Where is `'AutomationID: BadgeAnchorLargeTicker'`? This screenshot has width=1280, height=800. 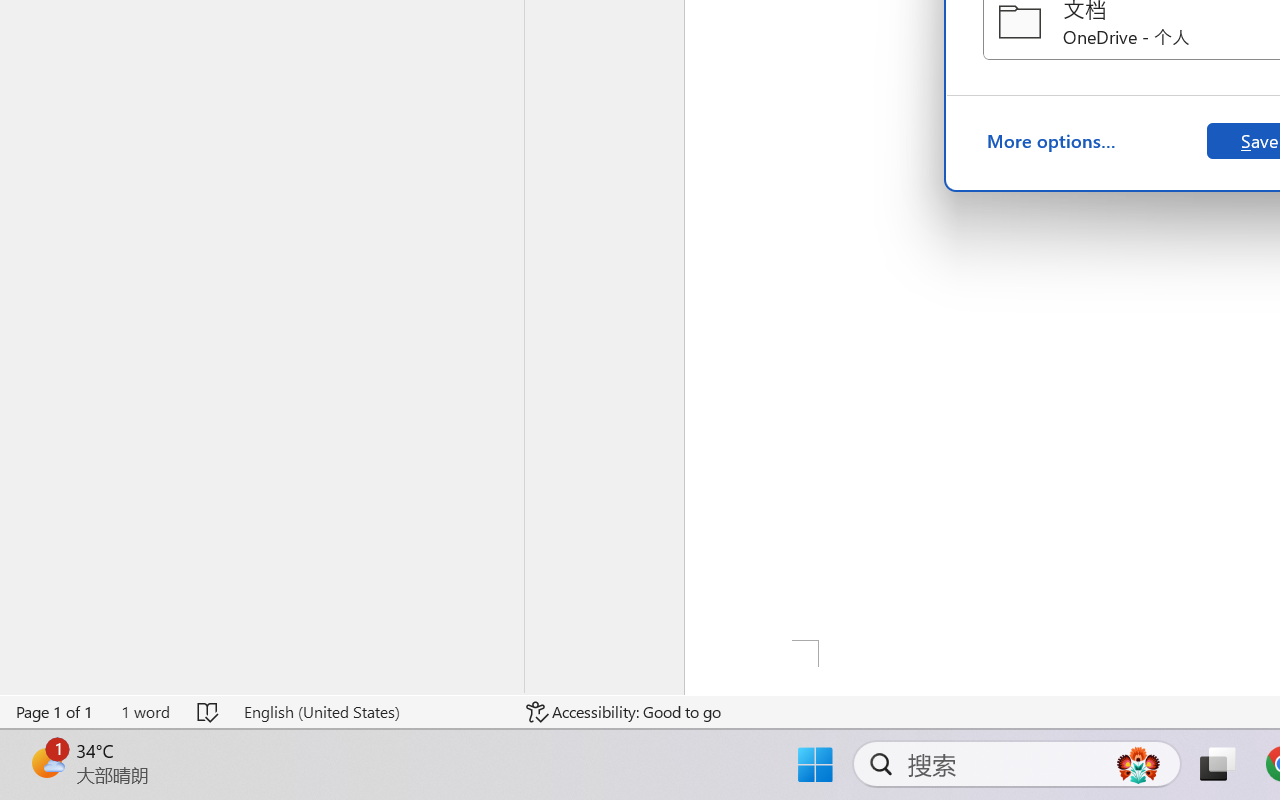
'AutomationID: BadgeAnchorLargeTicker' is located at coordinates (46, 762).